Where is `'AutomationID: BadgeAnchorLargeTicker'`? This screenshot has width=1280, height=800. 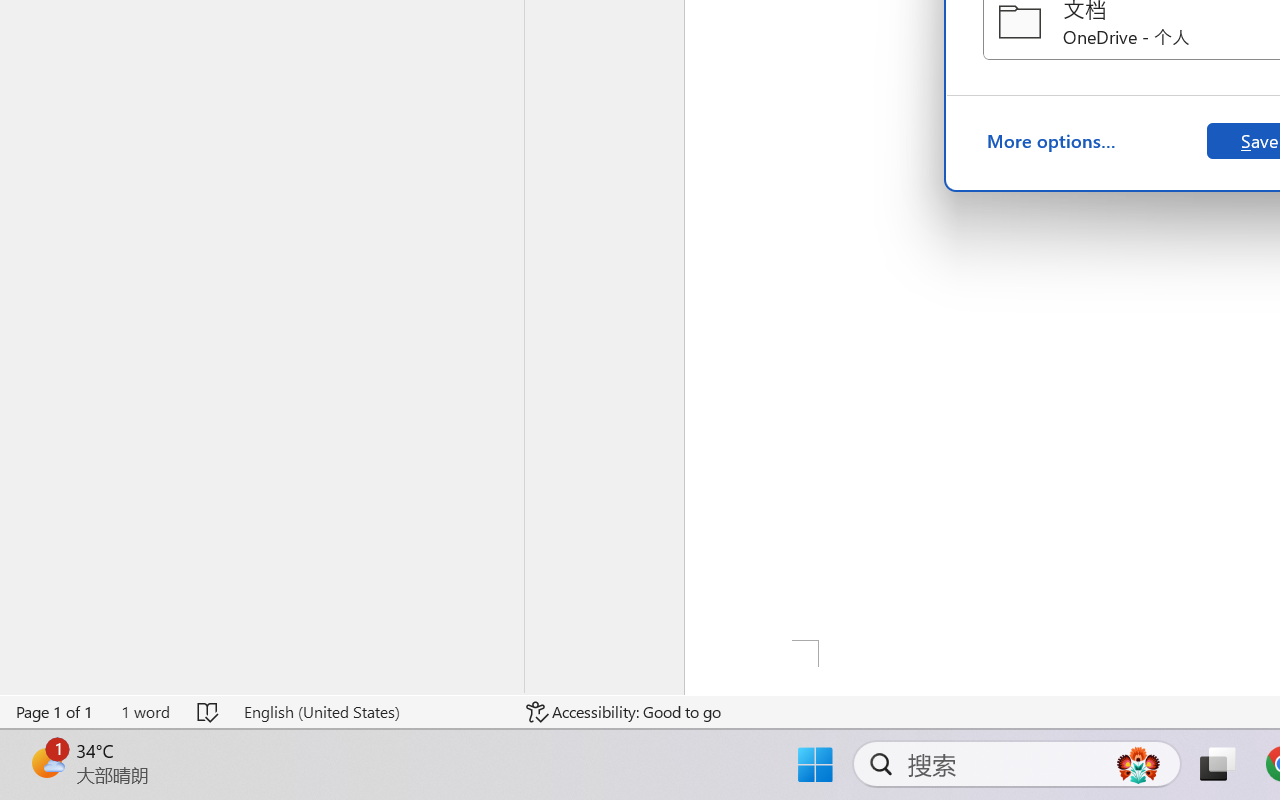
'AutomationID: BadgeAnchorLargeTicker' is located at coordinates (46, 762).